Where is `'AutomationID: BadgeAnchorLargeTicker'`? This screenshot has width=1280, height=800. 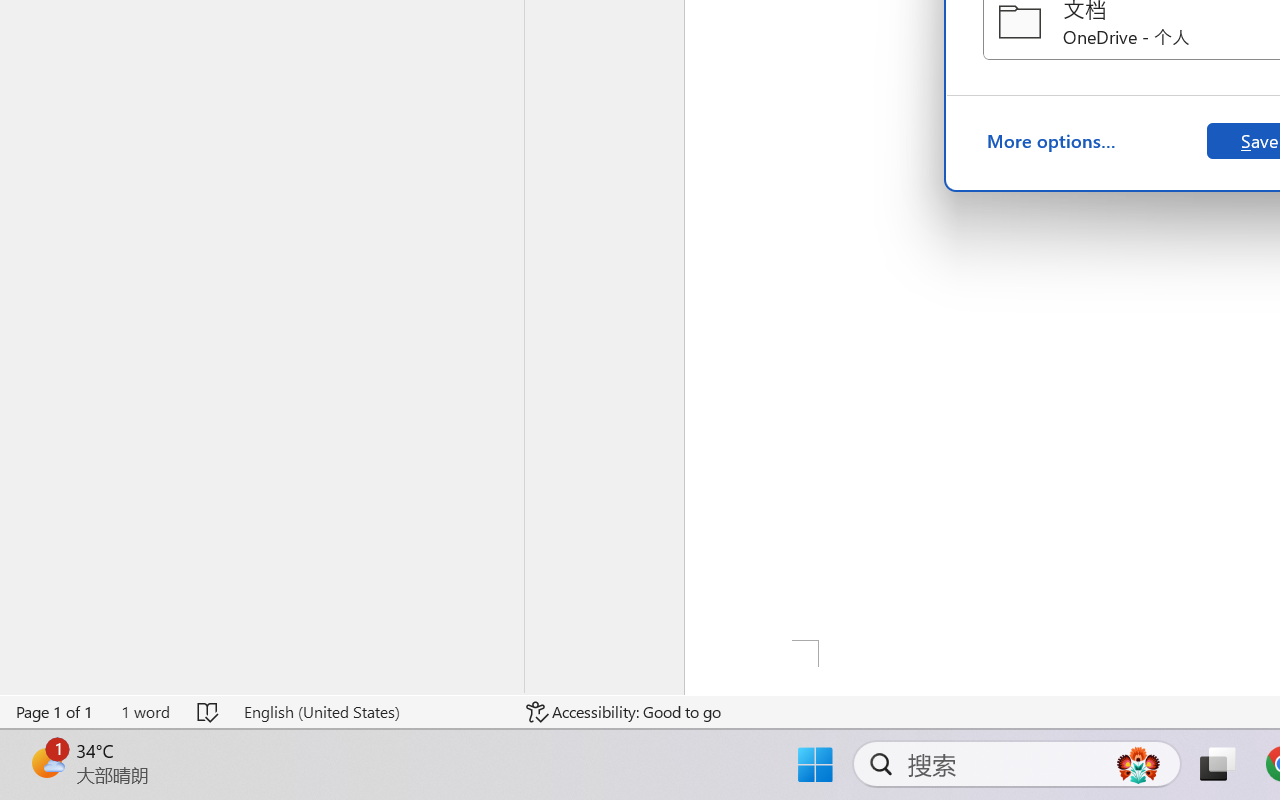
'AutomationID: BadgeAnchorLargeTicker' is located at coordinates (46, 762).